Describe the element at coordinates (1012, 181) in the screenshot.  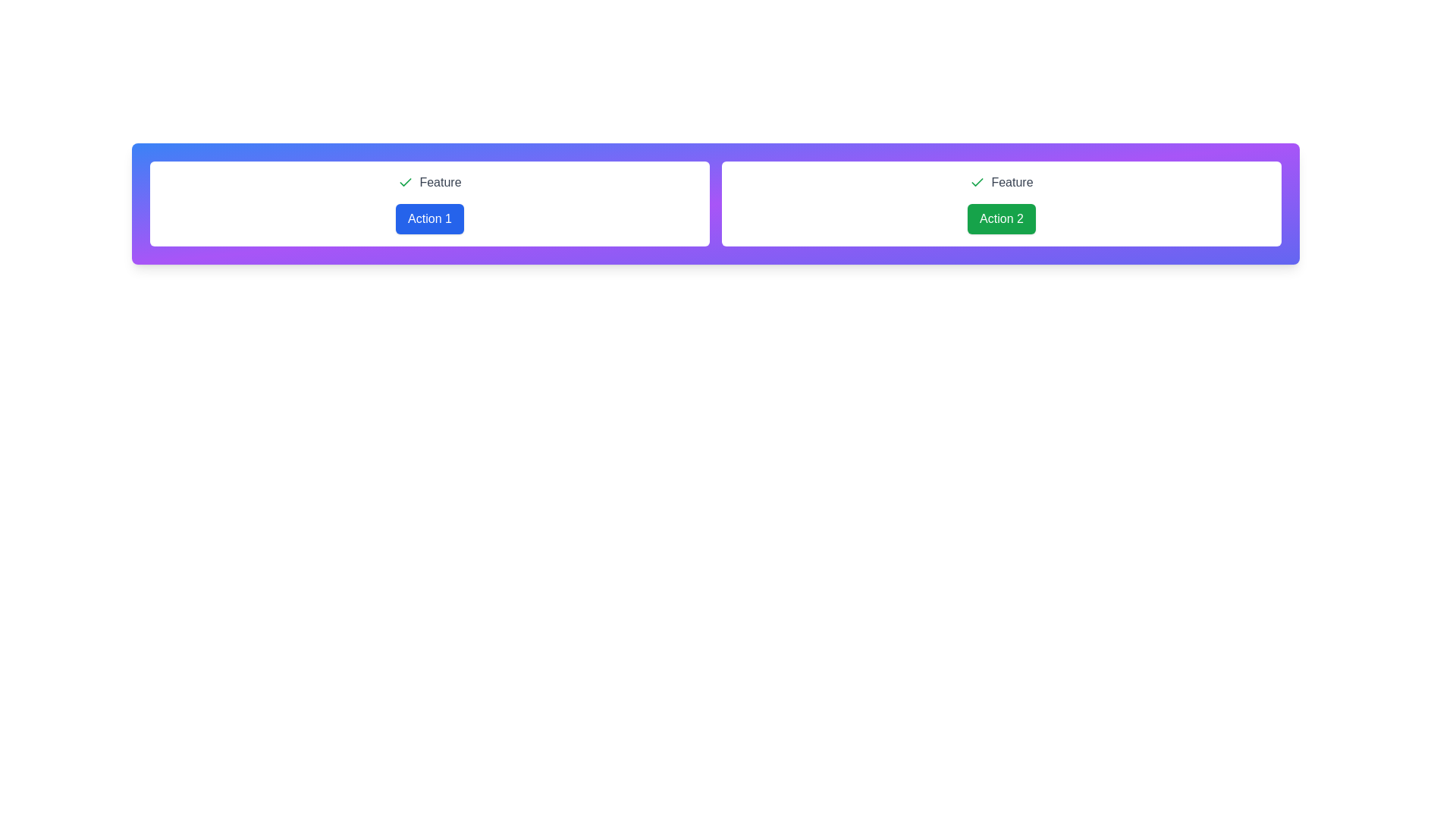
I see `the text label displaying 'Feature', which is styled in darker gray and positioned next to a green checkmark icon, indicating an active state` at that location.